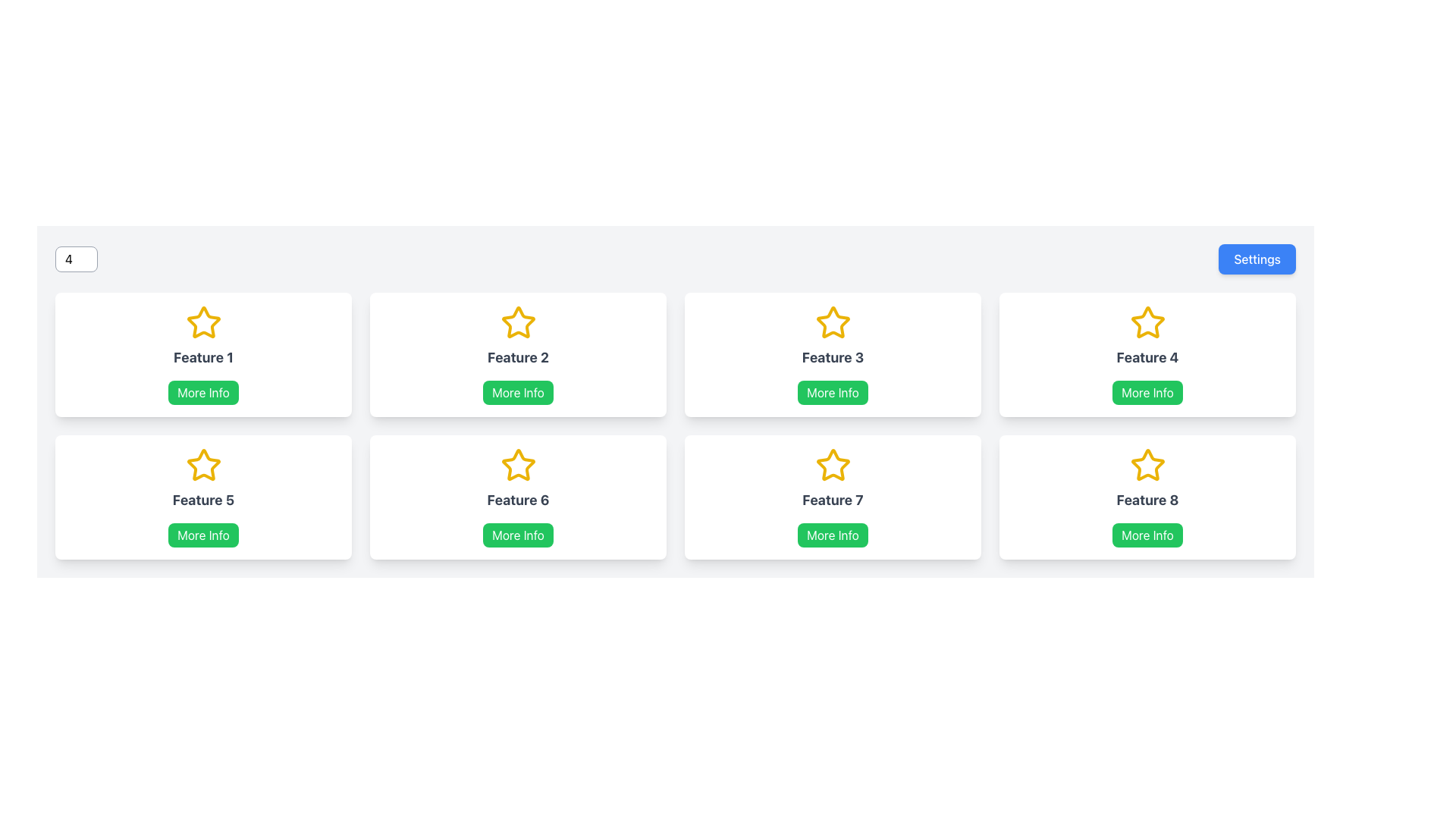 The width and height of the screenshot is (1456, 819). What do you see at coordinates (202, 322) in the screenshot?
I see `the yellow star-shaped icon located above the 'Feature 1' text in the top-left card of the grid layout` at bounding box center [202, 322].